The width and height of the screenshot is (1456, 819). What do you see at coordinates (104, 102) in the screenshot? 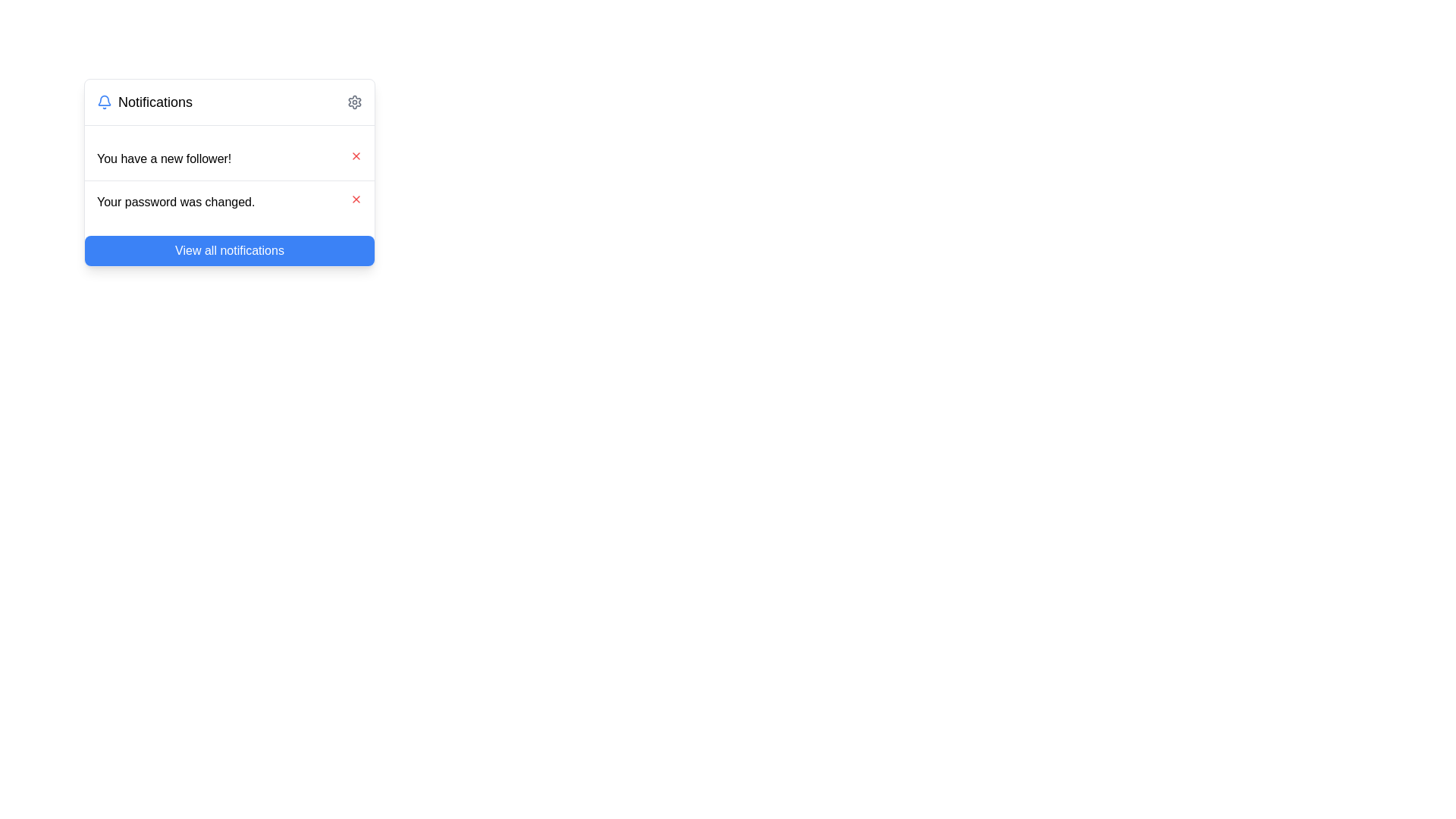
I see `the bell icon in the Notifications section by moving the cursor to its center` at bounding box center [104, 102].